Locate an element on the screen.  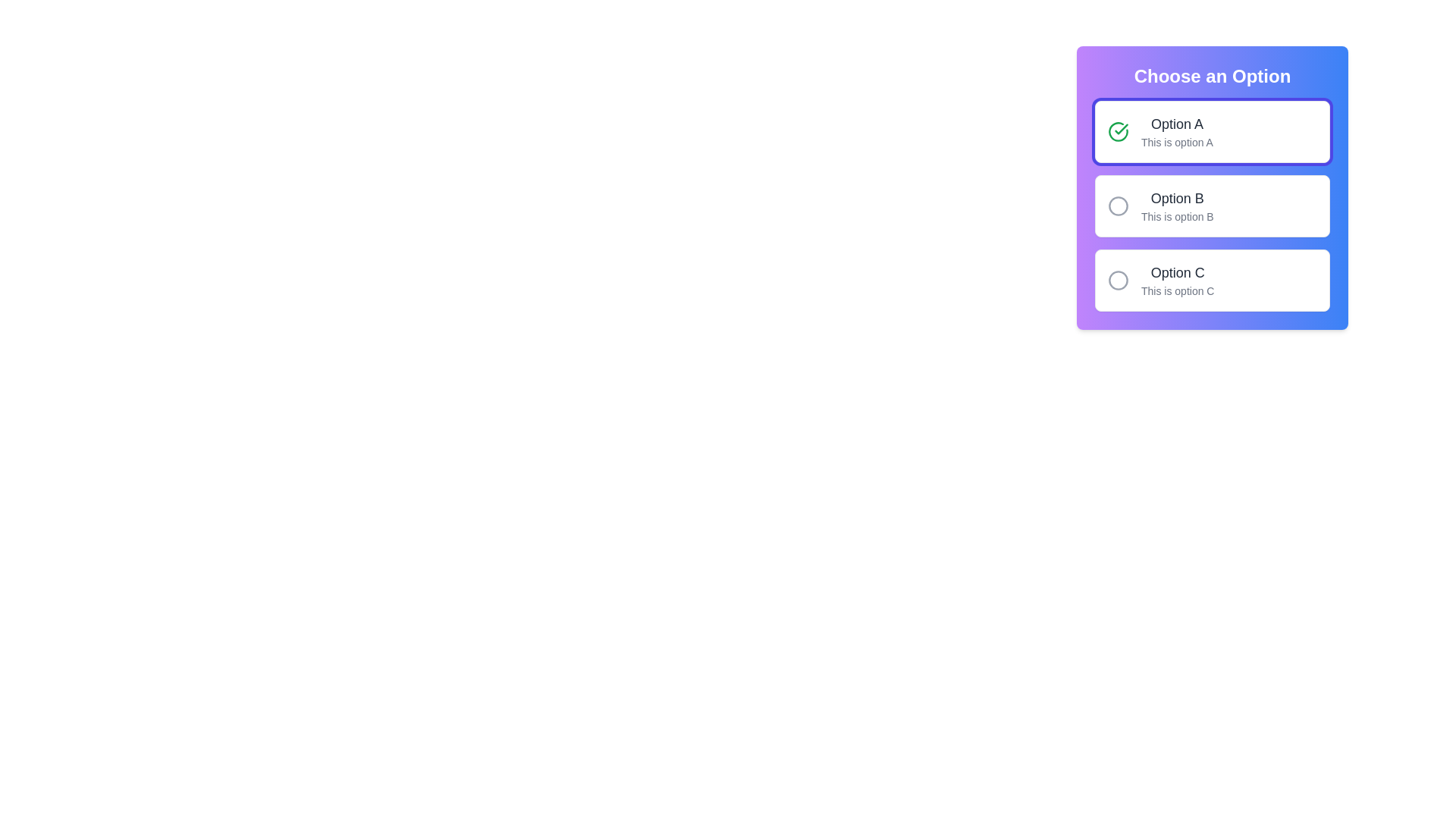
the text label for the second option in the selection panel, located below 'Option A' and above 'Option C' is located at coordinates (1176, 206).